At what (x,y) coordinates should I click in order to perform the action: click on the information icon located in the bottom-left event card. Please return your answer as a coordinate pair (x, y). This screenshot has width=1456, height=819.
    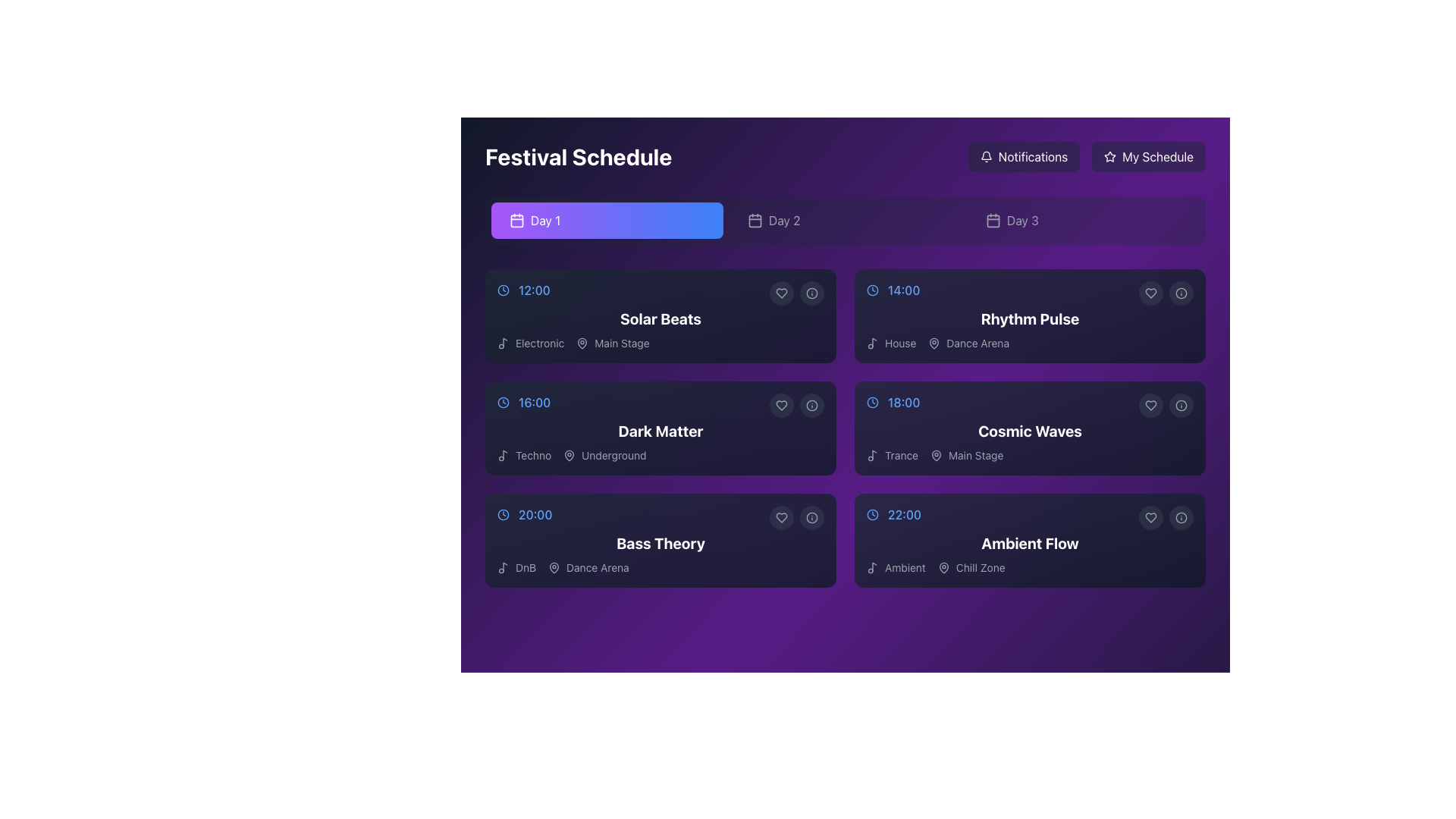
    Looking at the image, I should click on (811, 516).